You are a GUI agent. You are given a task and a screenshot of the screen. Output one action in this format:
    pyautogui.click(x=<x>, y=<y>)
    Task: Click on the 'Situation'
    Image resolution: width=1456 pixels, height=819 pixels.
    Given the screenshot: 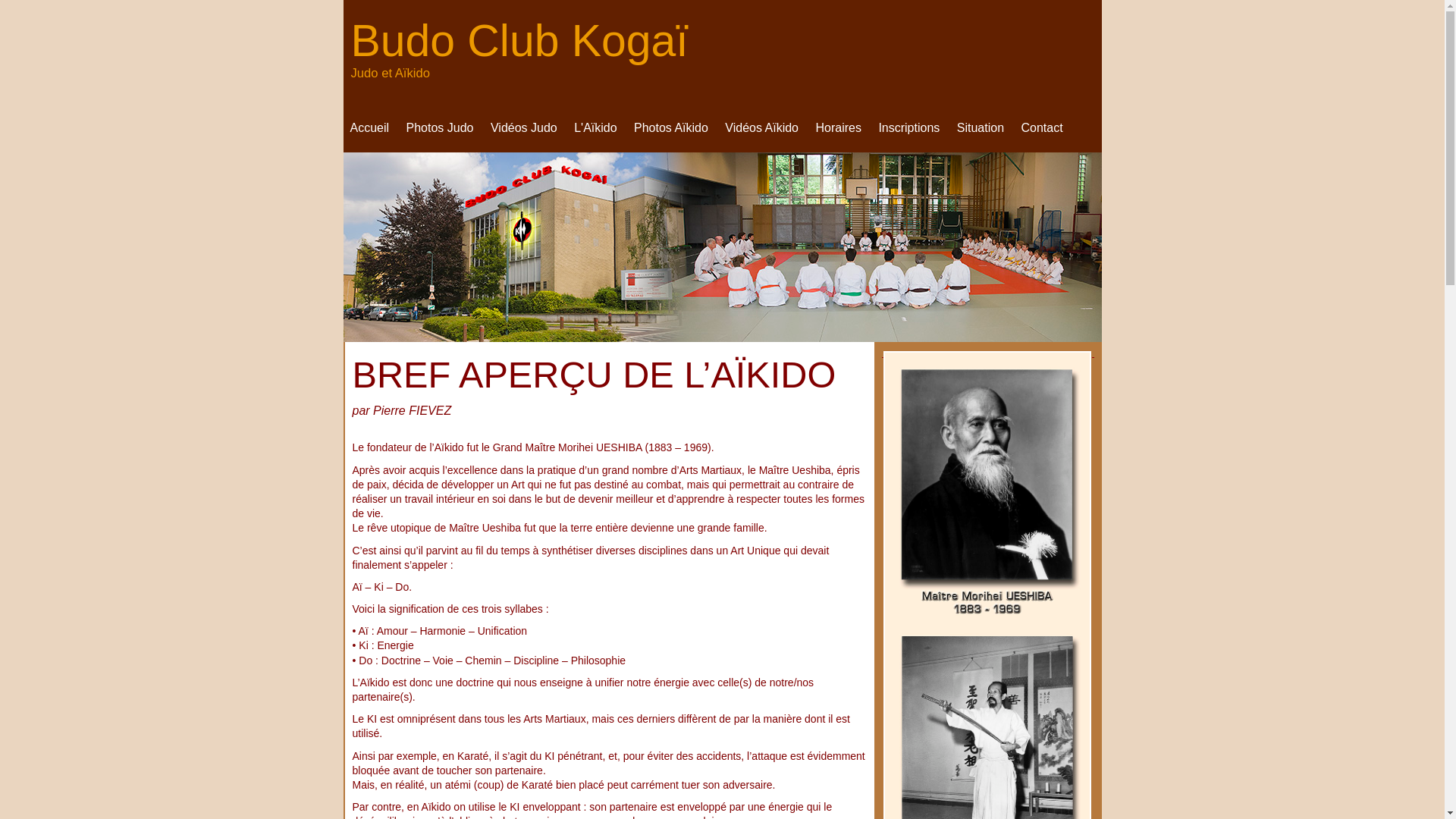 What is the action you would take?
    pyautogui.click(x=980, y=124)
    